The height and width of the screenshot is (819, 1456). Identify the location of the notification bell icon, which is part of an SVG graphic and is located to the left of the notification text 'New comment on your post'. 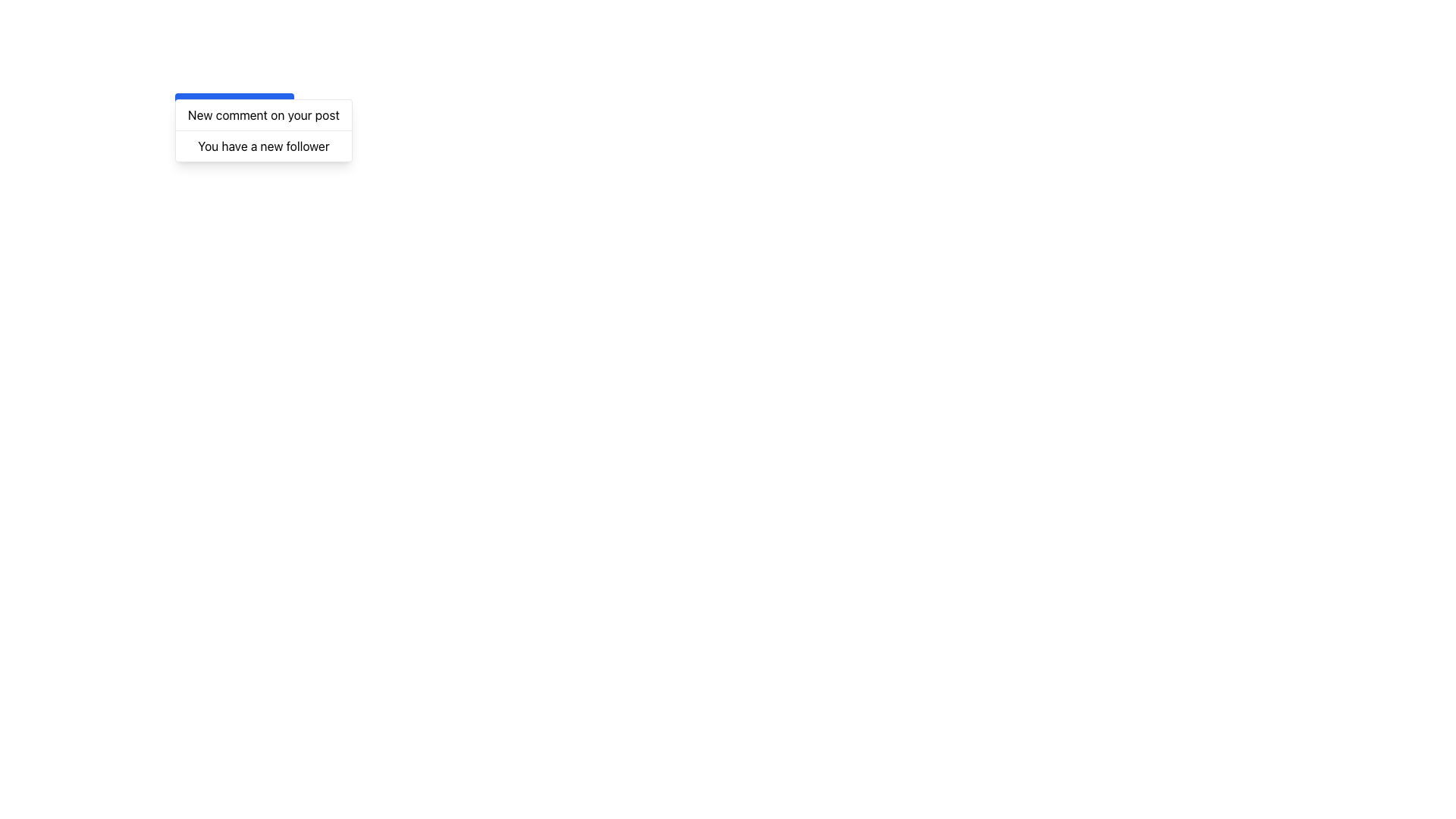
(191, 105).